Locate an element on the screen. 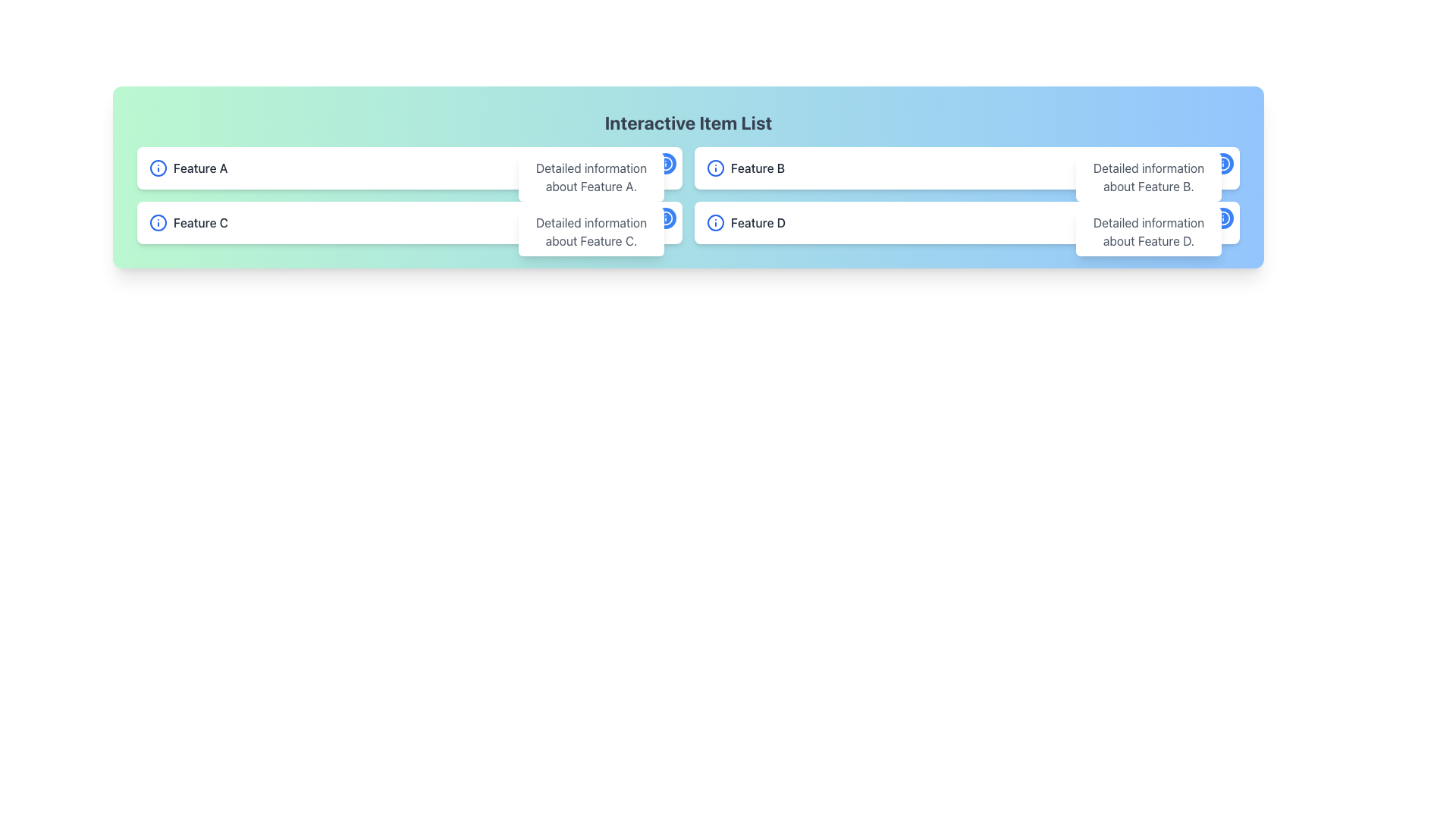  the Static text field labeled 'Feature D', which is positioned as the third item in a horizontal list, immediately to the right of an informational icon is located at coordinates (758, 222).